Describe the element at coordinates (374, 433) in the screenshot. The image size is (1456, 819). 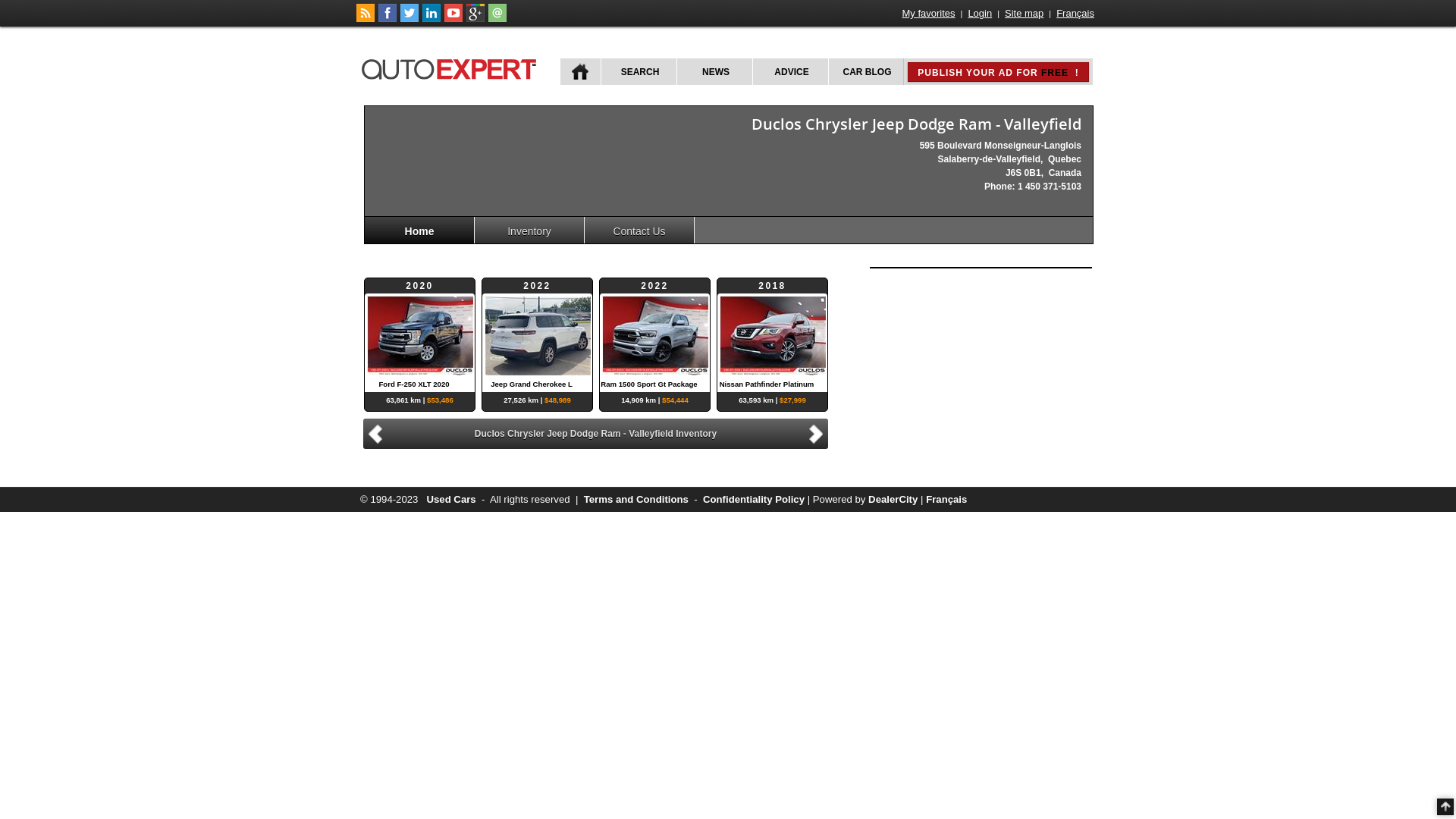
I see `'Previous'` at that location.